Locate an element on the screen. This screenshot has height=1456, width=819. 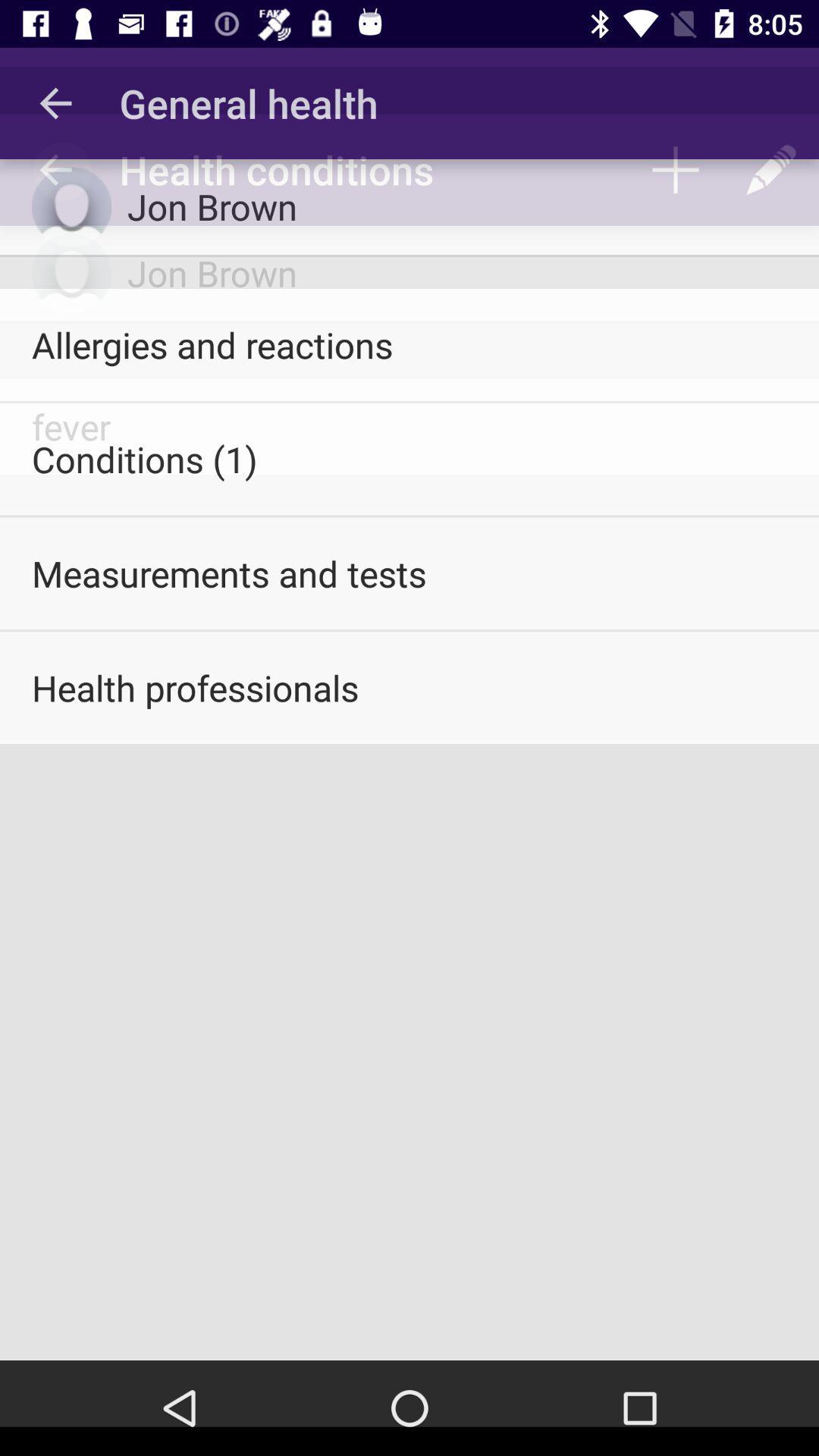
icon to the left of the general health icon is located at coordinates (55, 102).